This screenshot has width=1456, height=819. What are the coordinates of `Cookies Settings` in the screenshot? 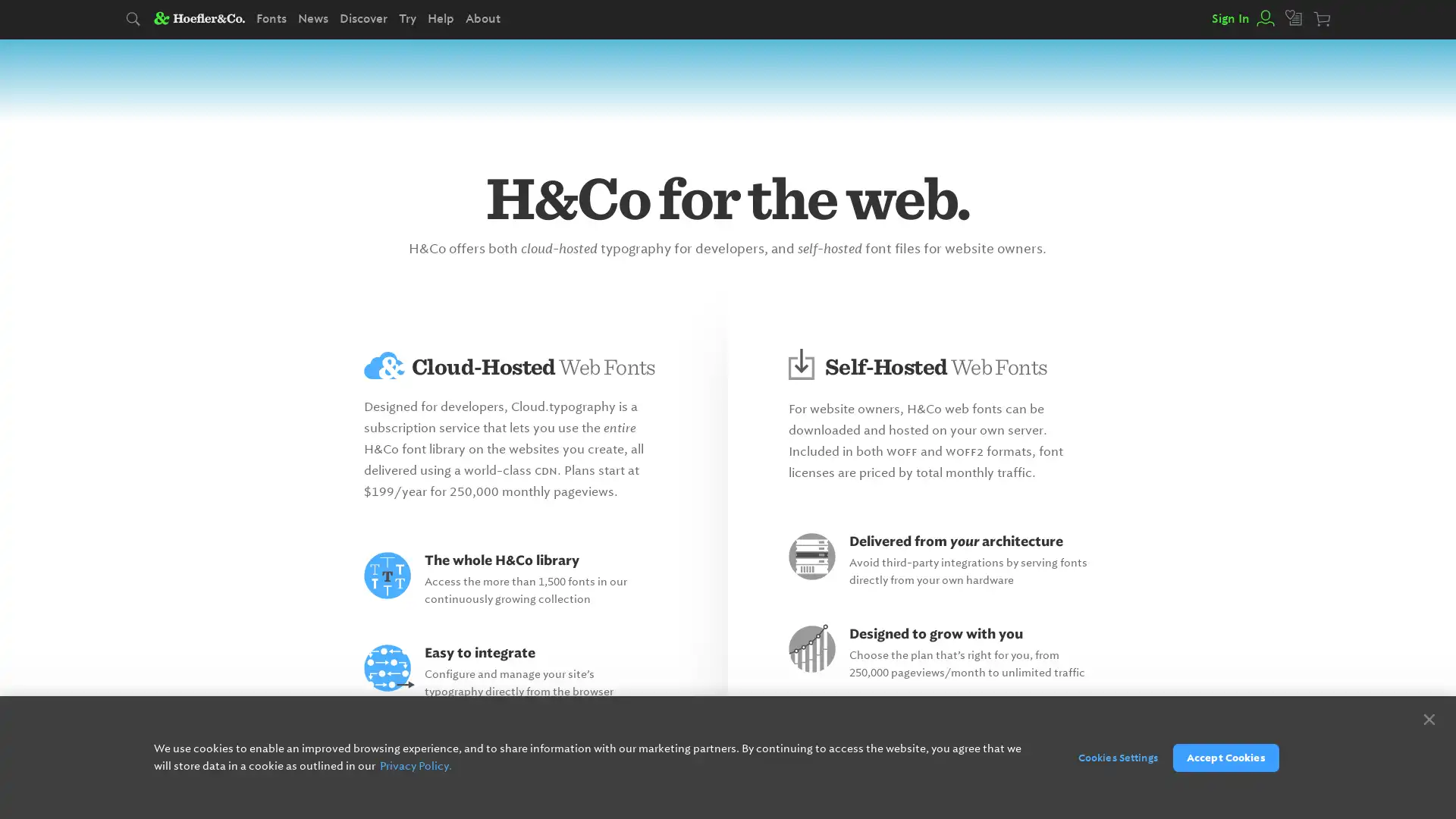 It's located at (1109, 757).